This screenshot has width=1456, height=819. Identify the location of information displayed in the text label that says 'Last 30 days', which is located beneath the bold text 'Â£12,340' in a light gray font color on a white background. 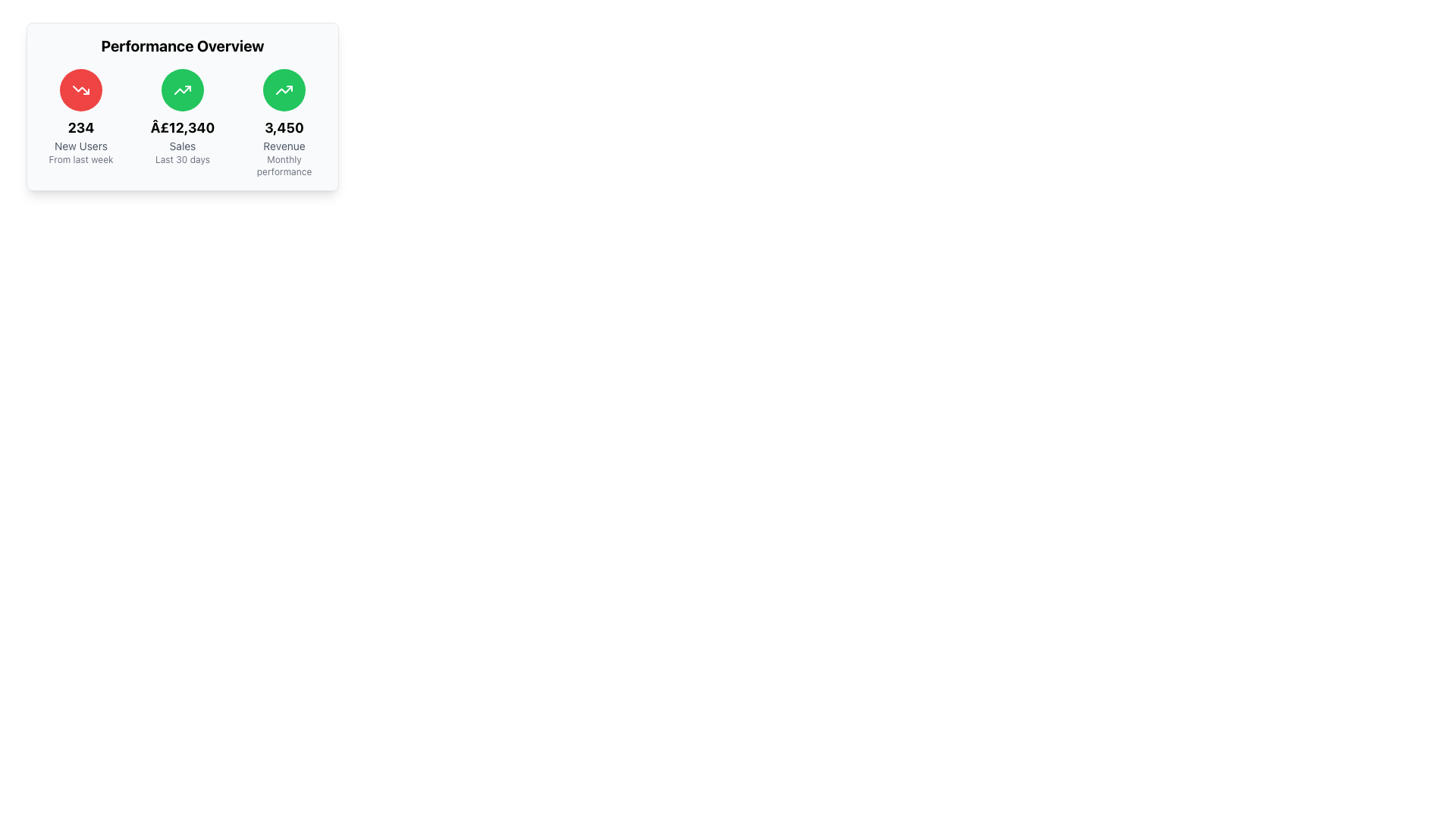
(182, 160).